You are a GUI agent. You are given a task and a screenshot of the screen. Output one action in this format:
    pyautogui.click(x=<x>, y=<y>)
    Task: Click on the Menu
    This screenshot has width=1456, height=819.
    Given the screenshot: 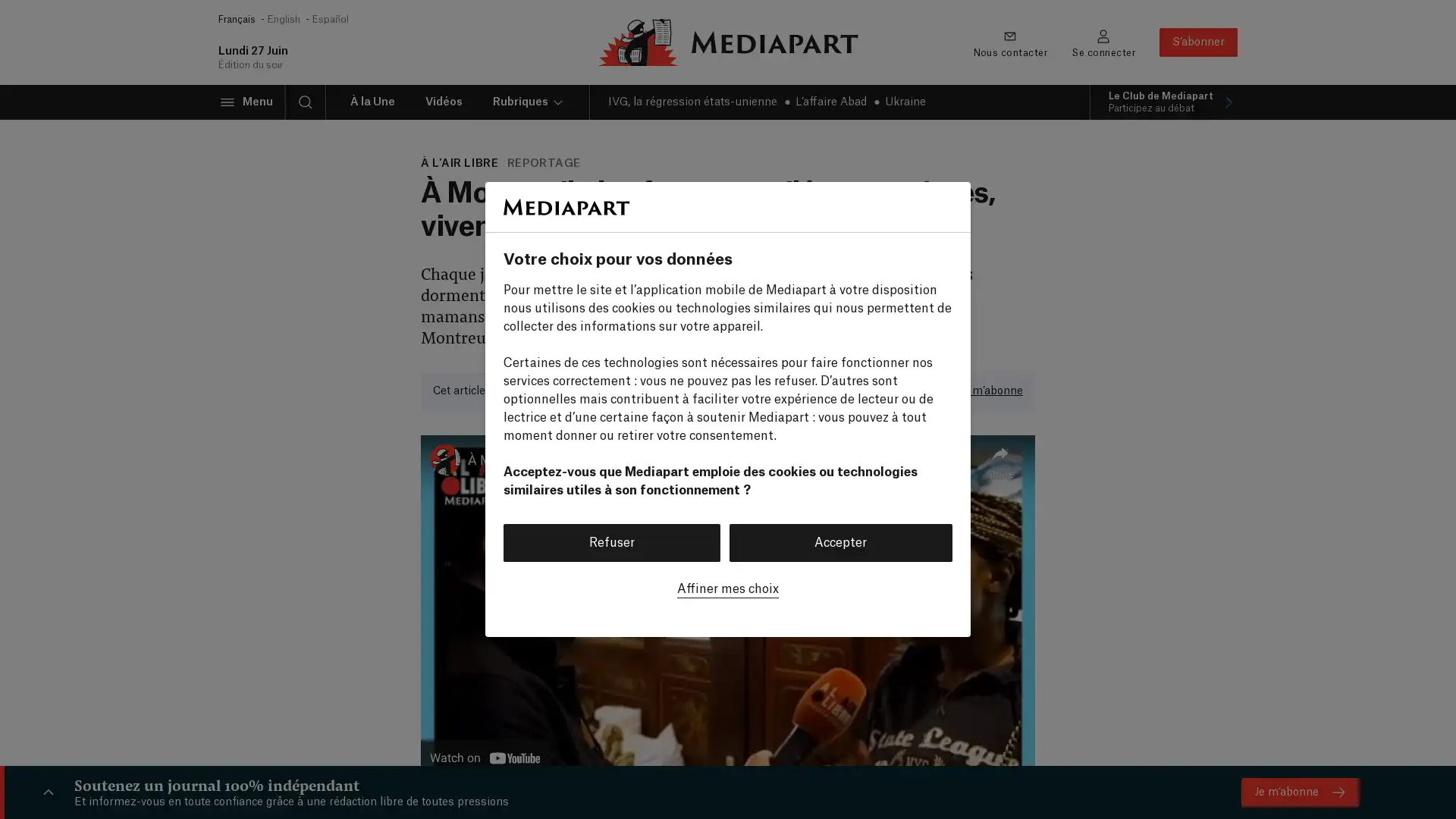 What is the action you would take?
    pyautogui.click(x=246, y=102)
    